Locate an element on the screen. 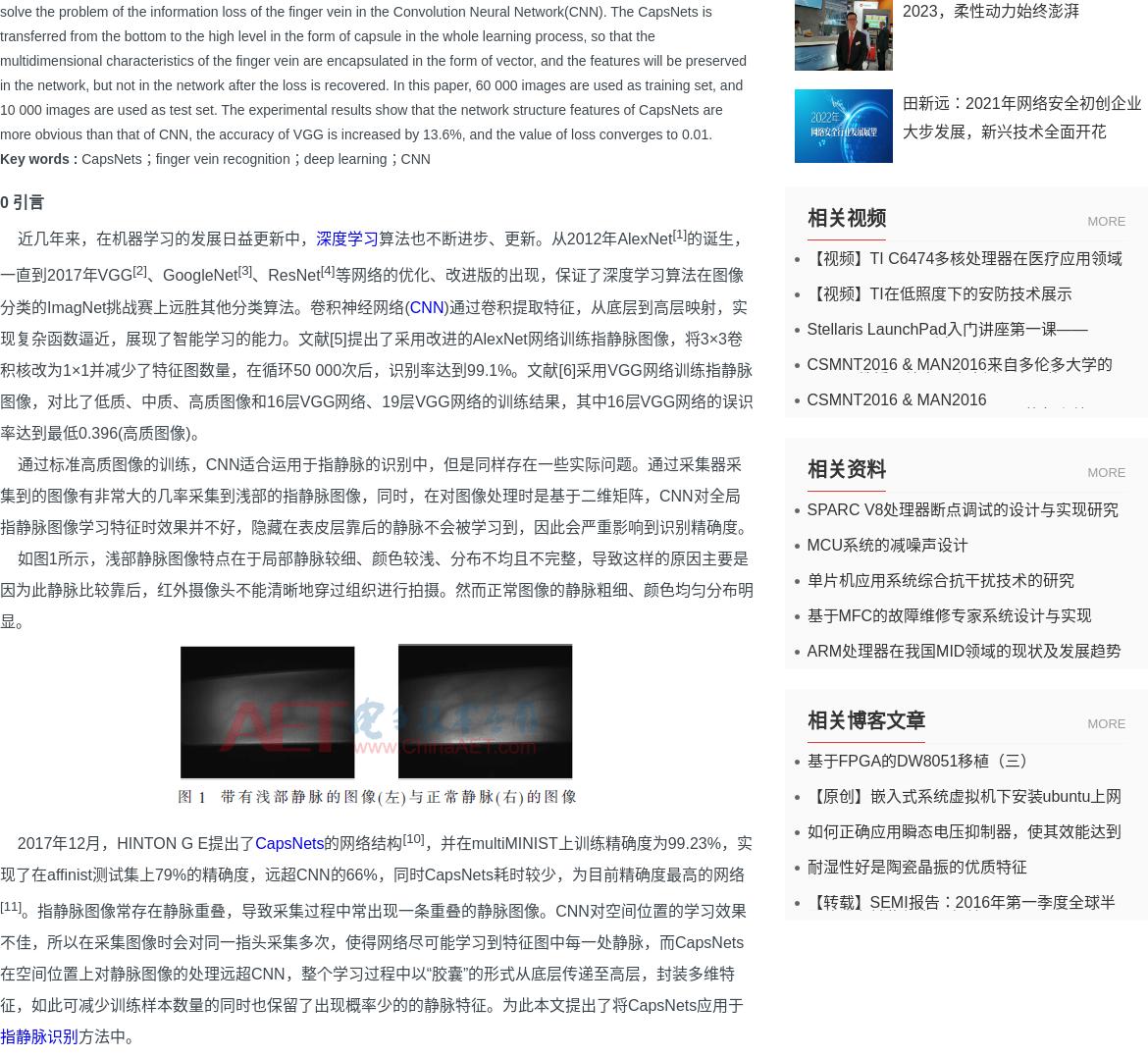  '田新远：2021年网络安全初创企业大步发展，新兴技术全面开花' is located at coordinates (1021, 117).